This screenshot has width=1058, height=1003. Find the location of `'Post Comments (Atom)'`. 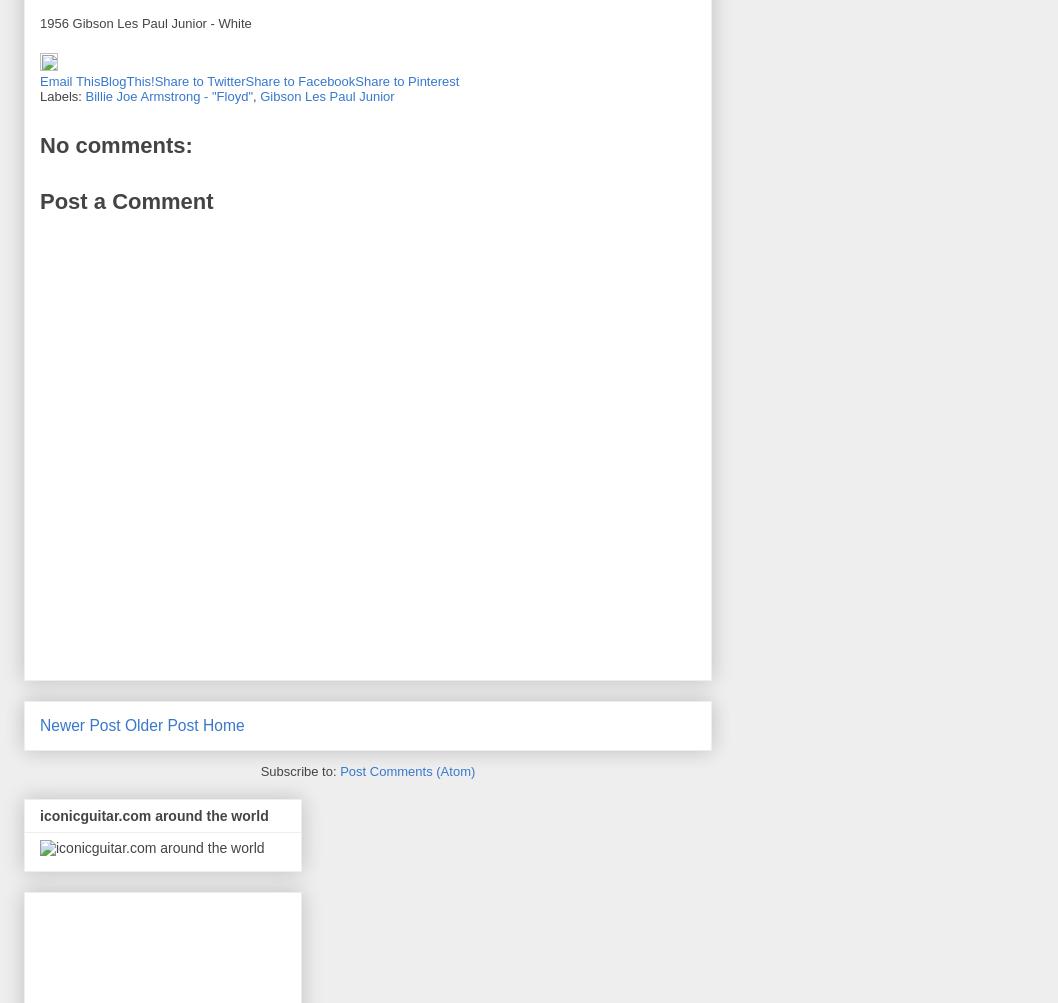

'Post Comments (Atom)' is located at coordinates (407, 769).